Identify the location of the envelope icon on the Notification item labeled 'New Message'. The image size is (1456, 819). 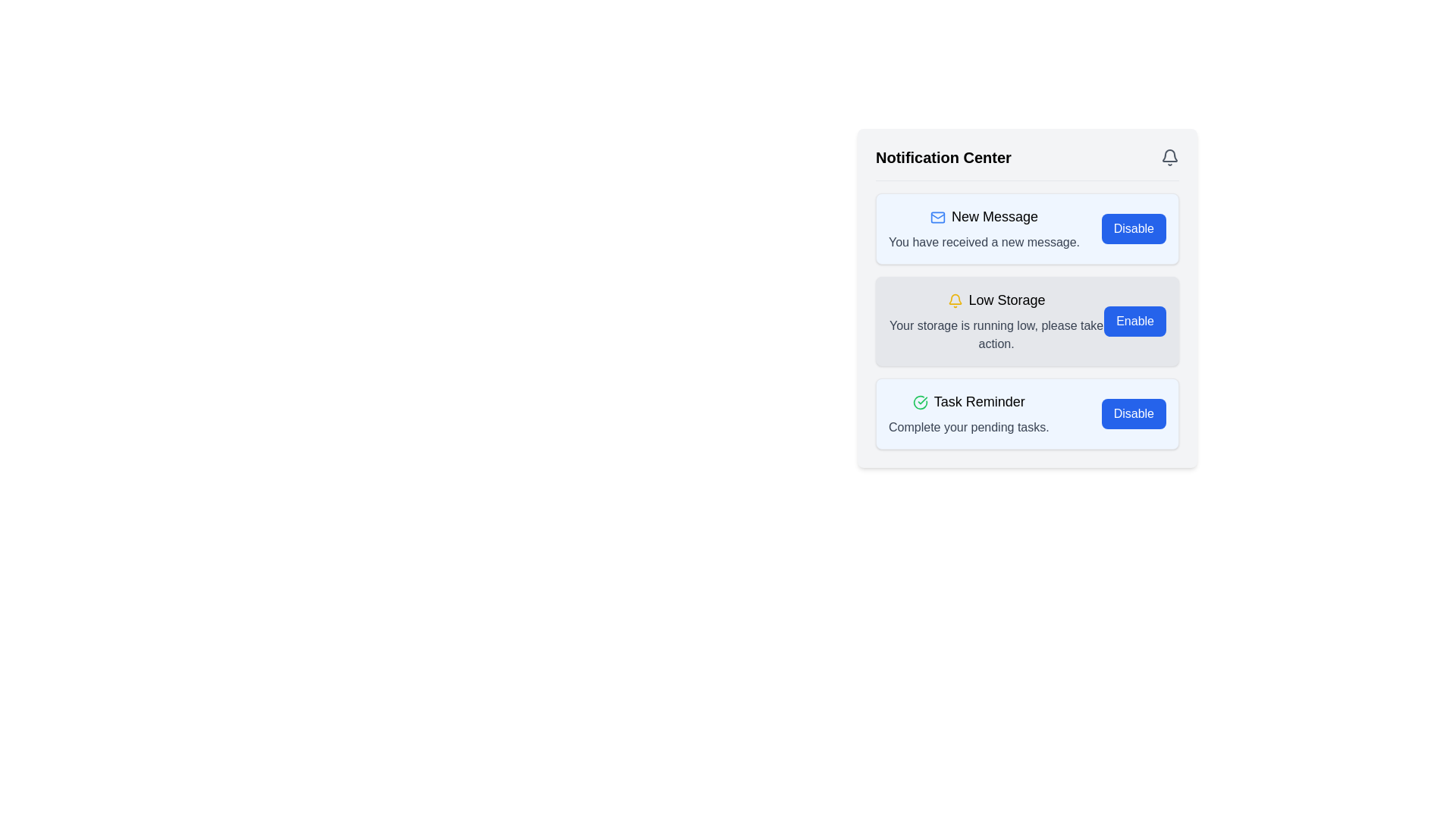
(984, 228).